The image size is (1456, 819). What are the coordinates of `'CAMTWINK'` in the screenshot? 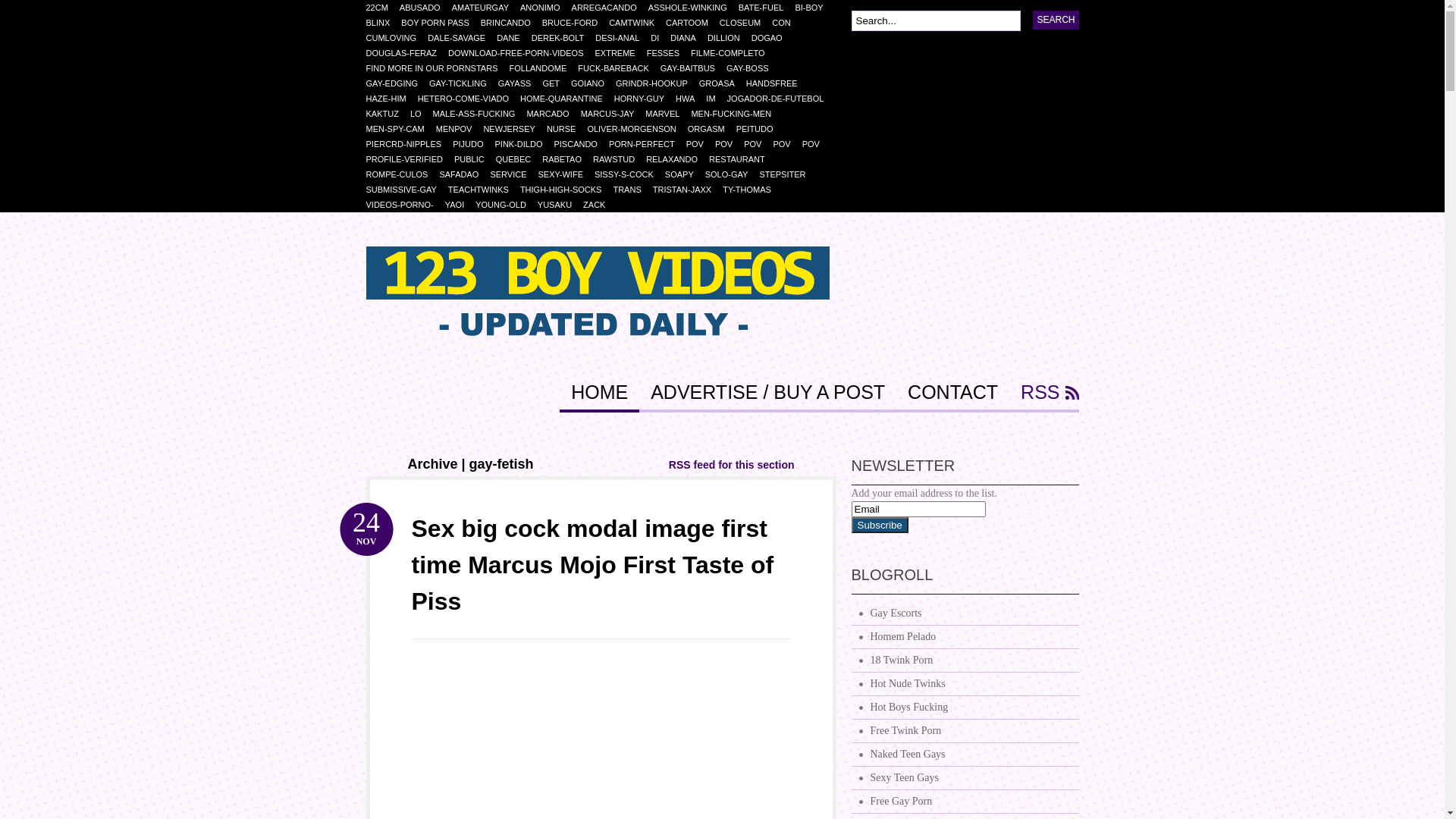 It's located at (608, 23).